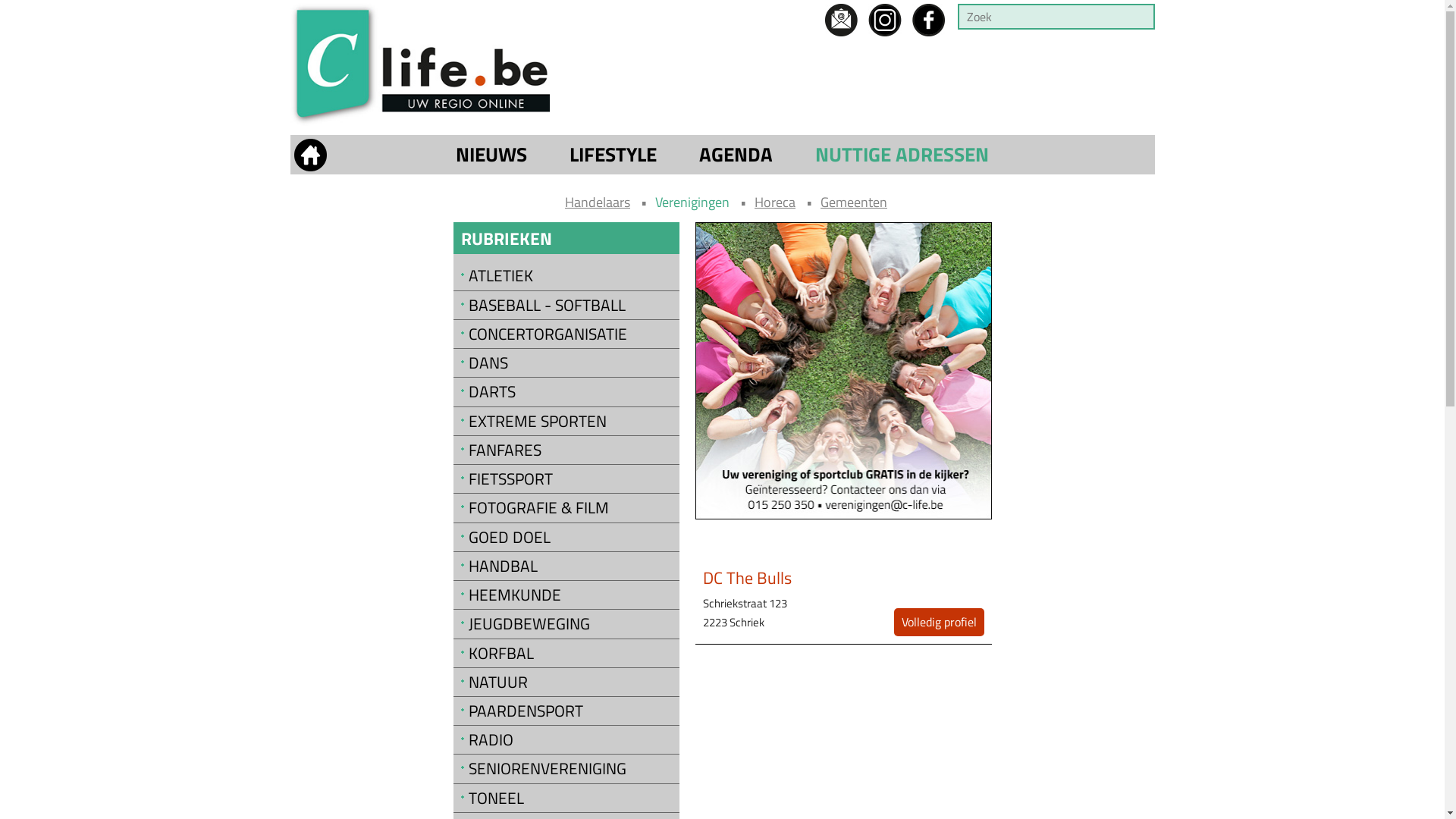  Describe the element at coordinates (570, 711) in the screenshot. I see `'PAARDENSPORT'` at that location.